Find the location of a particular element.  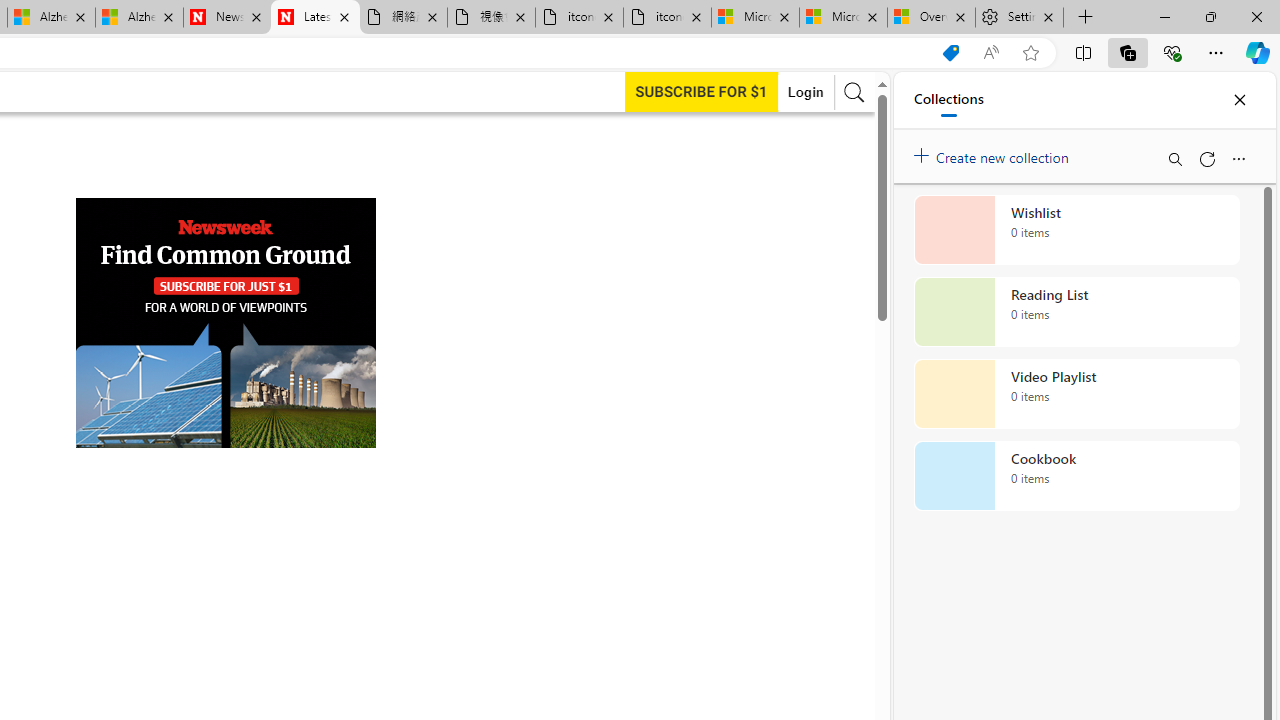

'Wishlist collection, 0 items' is located at coordinates (1076, 229).